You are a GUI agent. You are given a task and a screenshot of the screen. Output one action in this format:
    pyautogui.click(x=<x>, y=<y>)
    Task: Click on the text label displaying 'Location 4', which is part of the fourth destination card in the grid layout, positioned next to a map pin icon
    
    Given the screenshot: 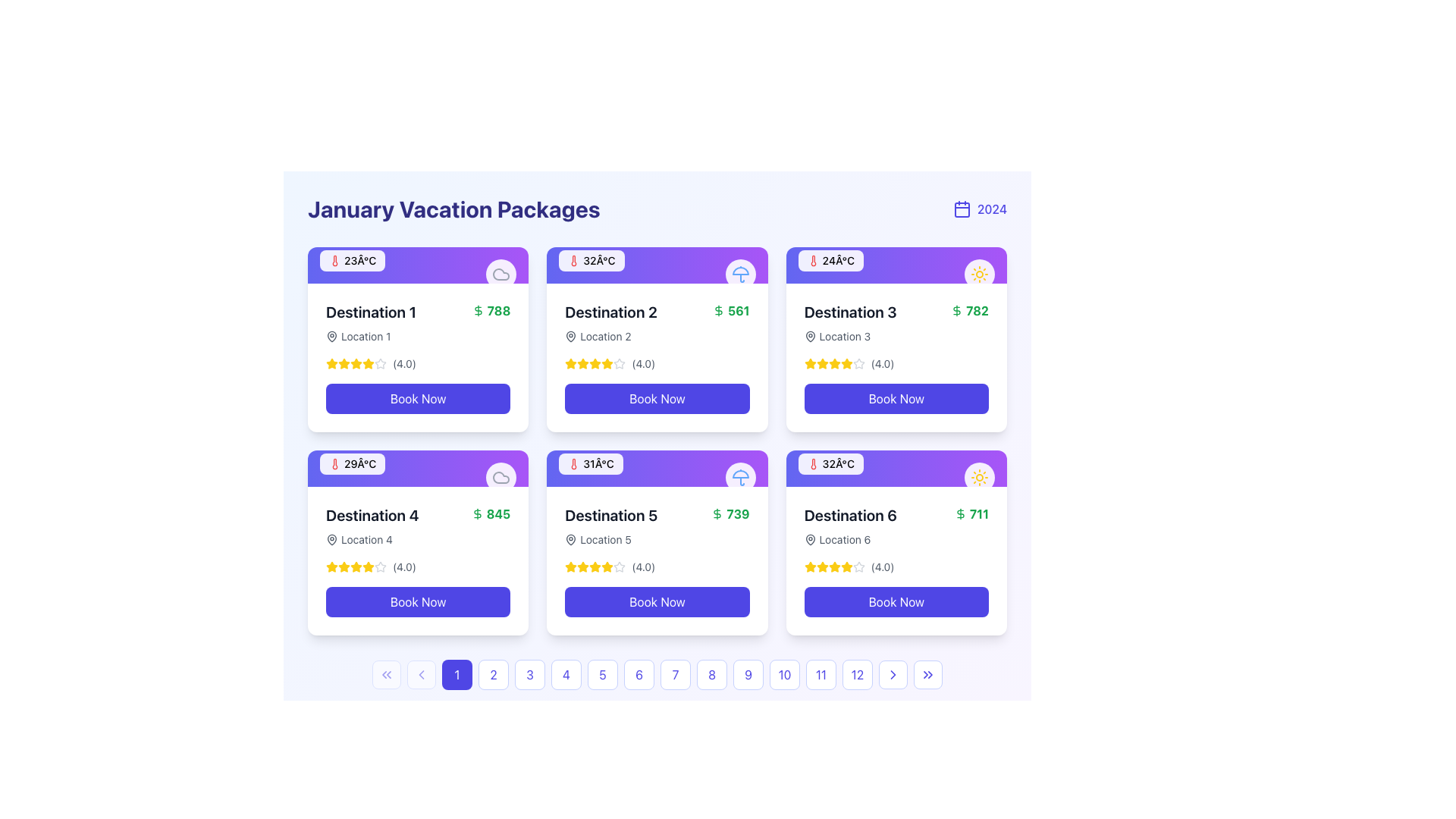 What is the action you would take?
    pyautogui.click(x=367, y=539)
    